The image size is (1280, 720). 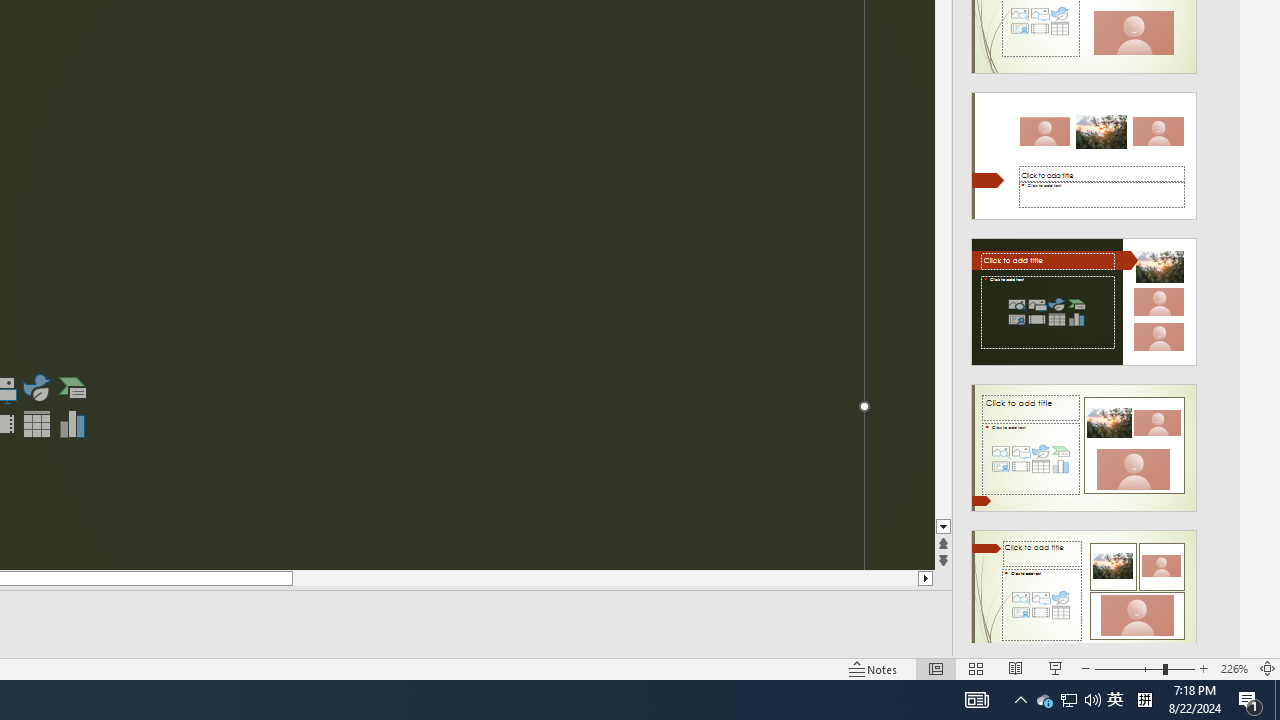 I want to click on 'Insert Table', so click(x=36, y=423).